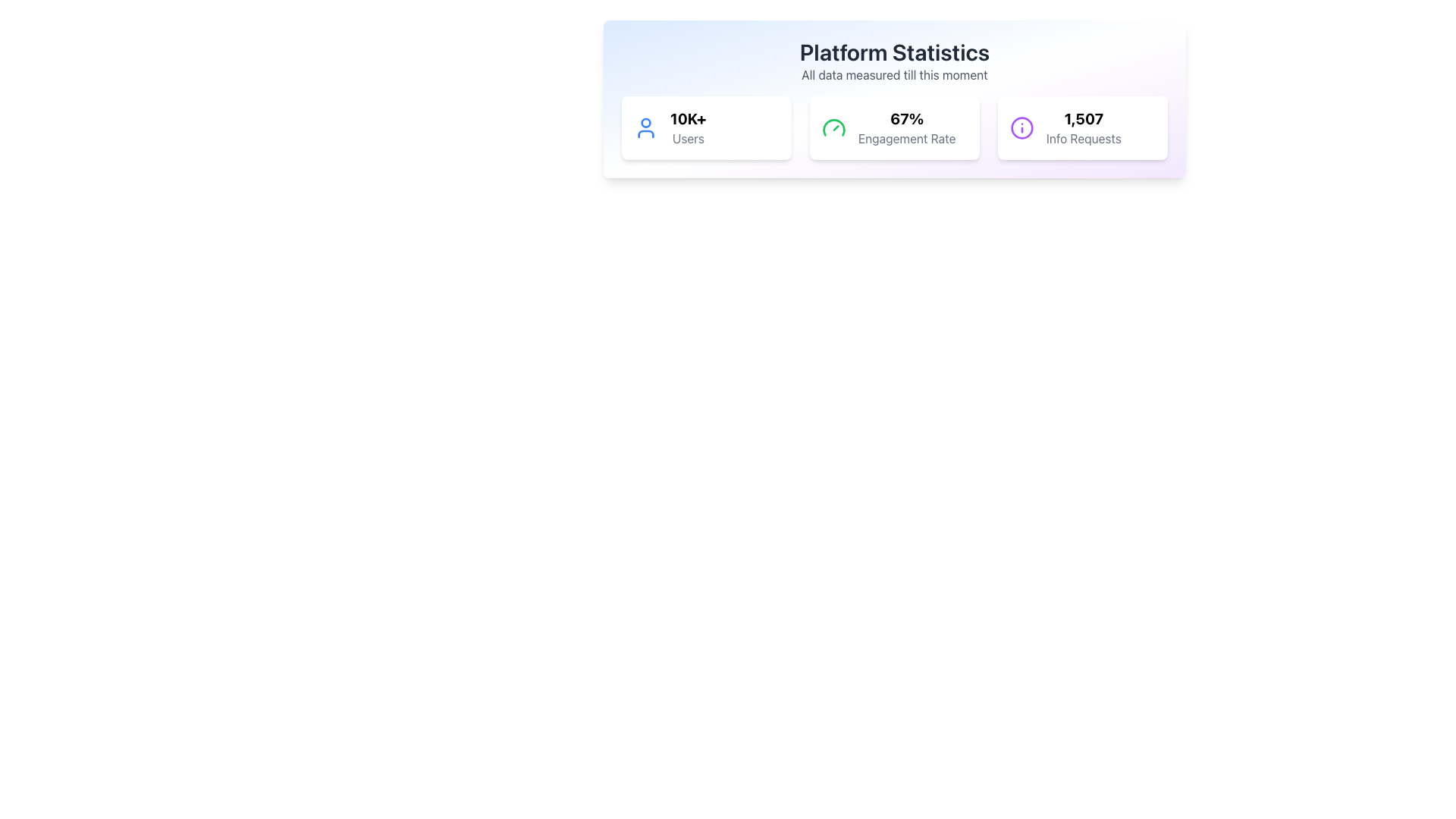 The image size is (1456, 819). Describe the element at coordinates (895, 52) in the screenshot. I see `the text element displaying 'Platform Statistics', which is styled with bold, large-sized font and dark gray color, positioned near the top of the statistics section` at that location.